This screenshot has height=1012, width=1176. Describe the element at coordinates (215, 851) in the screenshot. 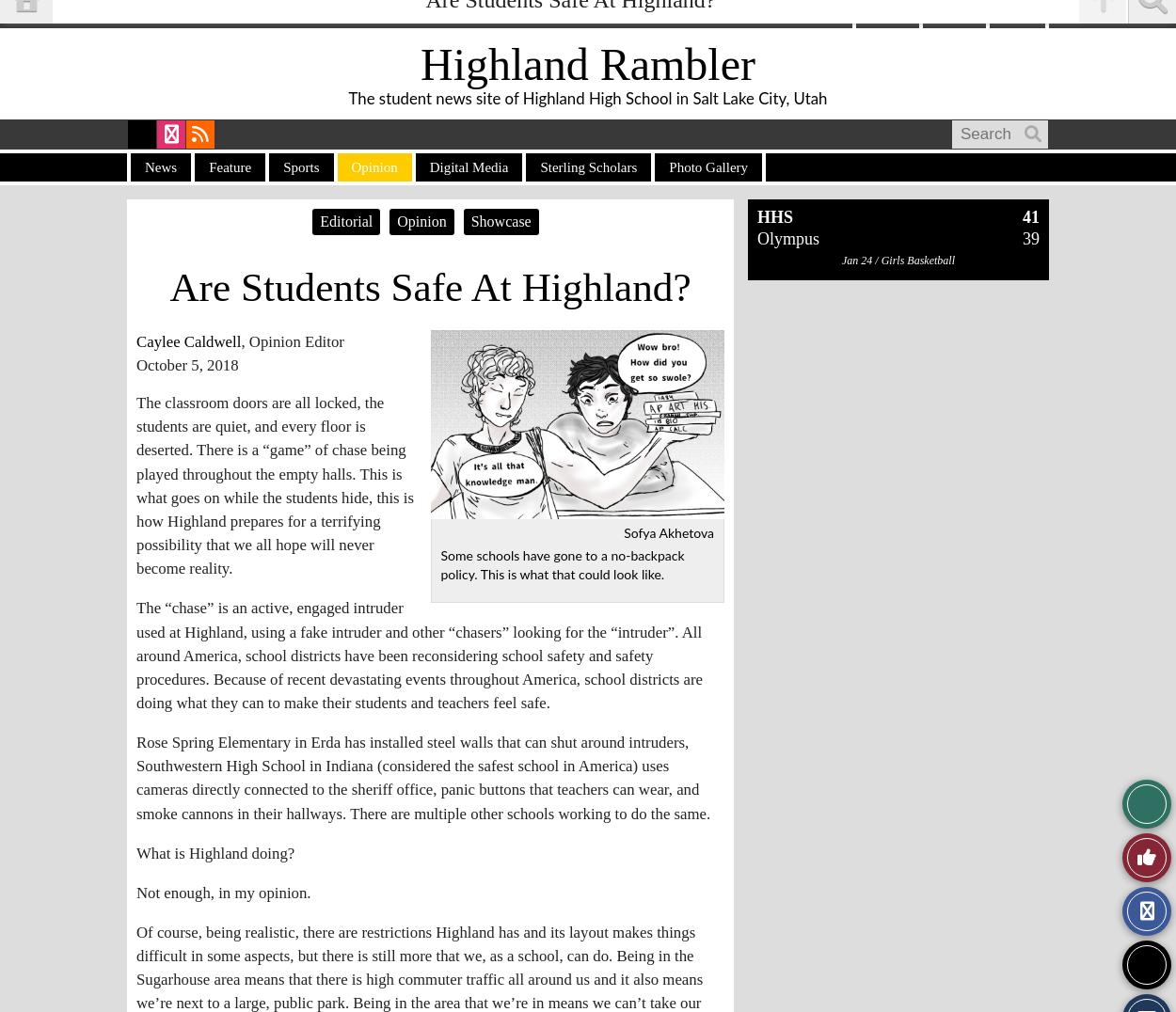

I see `'What is Highland doing?'` at that location.